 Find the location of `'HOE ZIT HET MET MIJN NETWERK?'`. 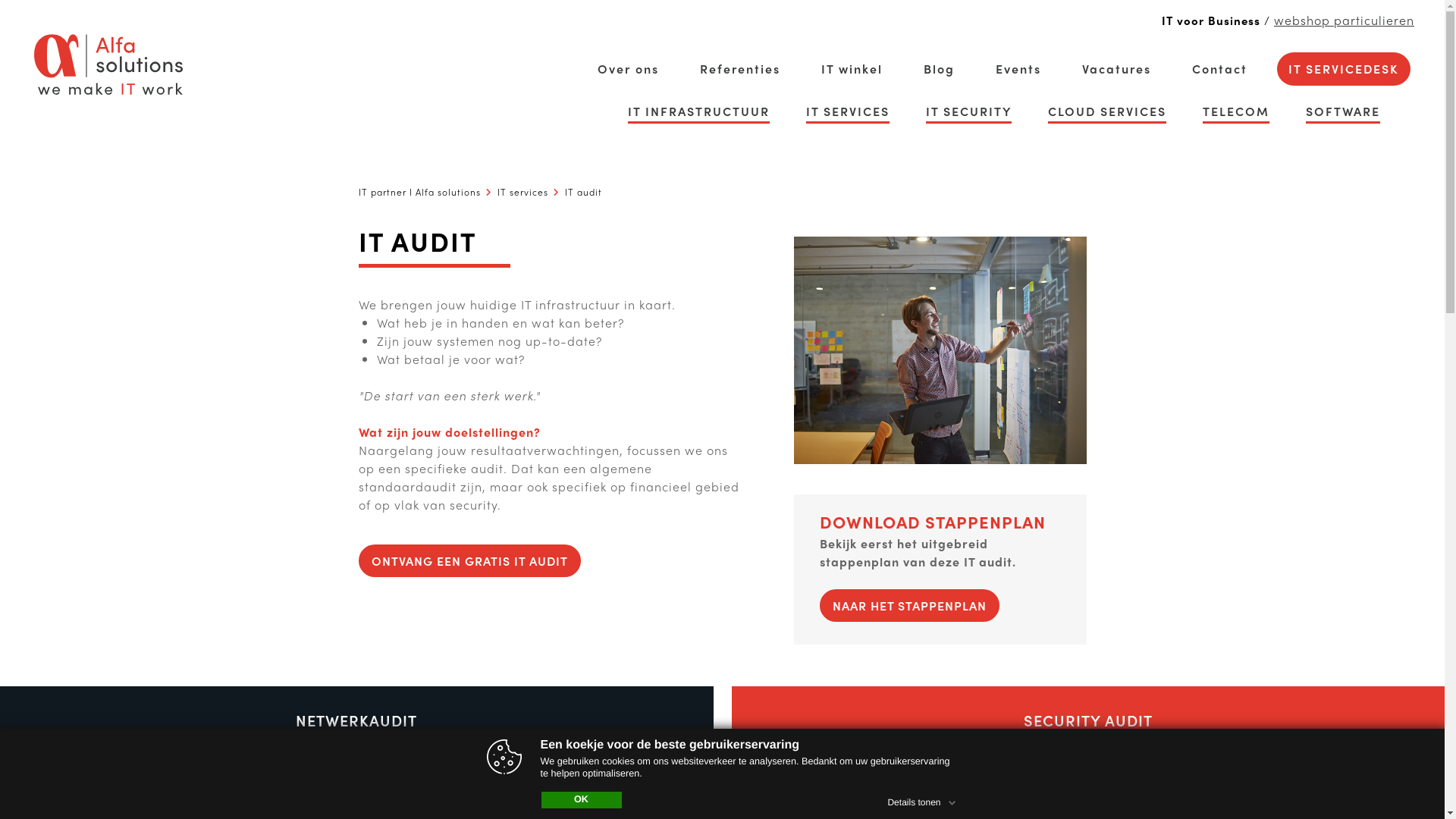

'HOE ZIT HET MET MIJN NETWERK?' is located at coordinates (356, 770).